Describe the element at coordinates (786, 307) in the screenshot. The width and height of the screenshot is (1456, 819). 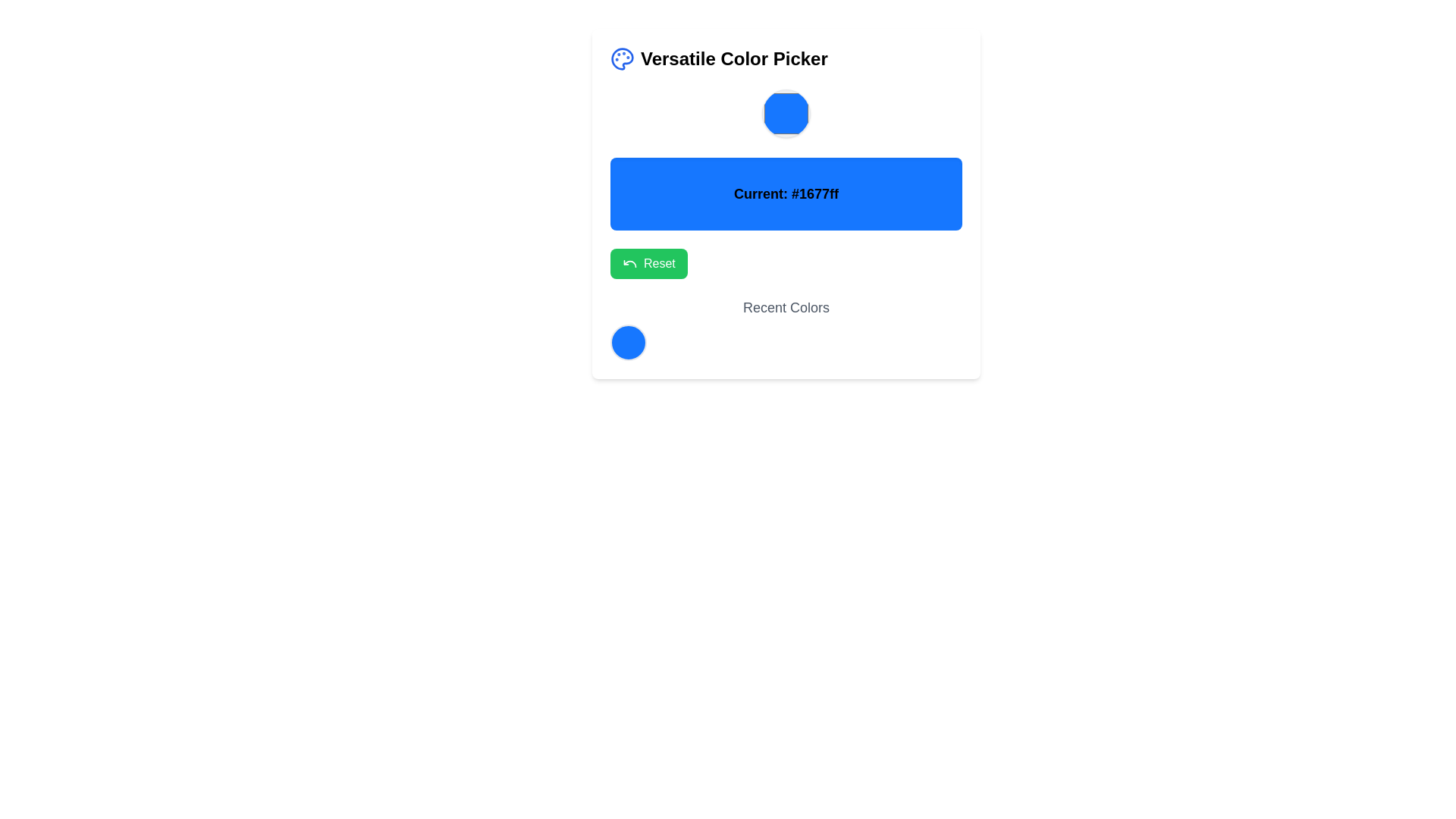
I see `the 'Recent Colors' label, which displays the phrase in a medium-sized gray font and is positioned below the 'Reset' button` at that location.